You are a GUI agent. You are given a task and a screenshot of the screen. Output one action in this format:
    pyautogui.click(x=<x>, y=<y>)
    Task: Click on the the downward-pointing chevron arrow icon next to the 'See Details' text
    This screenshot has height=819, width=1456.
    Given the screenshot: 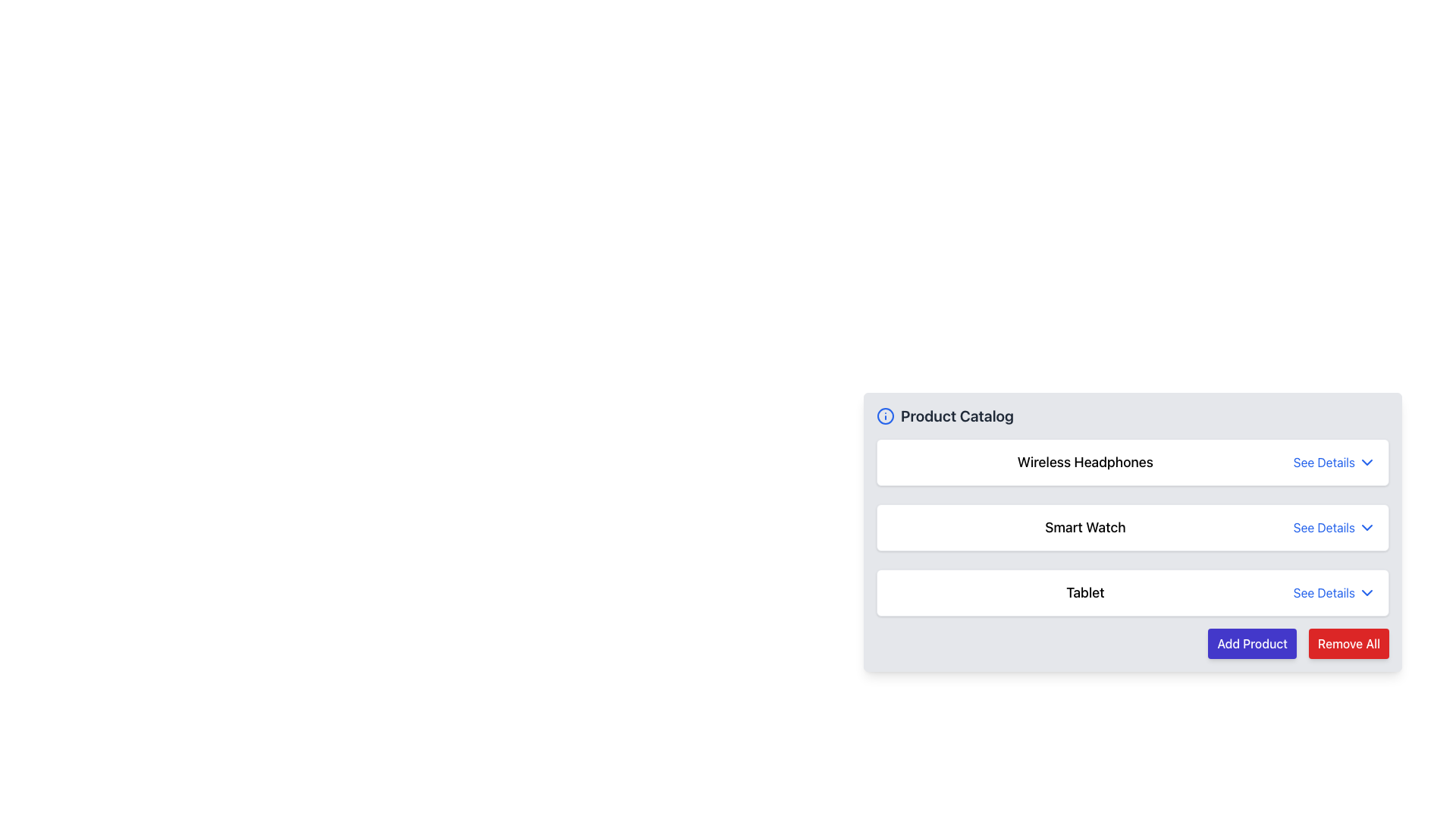 What is the action you would take?
    pyautogui.click(x=1367, y=461)
    